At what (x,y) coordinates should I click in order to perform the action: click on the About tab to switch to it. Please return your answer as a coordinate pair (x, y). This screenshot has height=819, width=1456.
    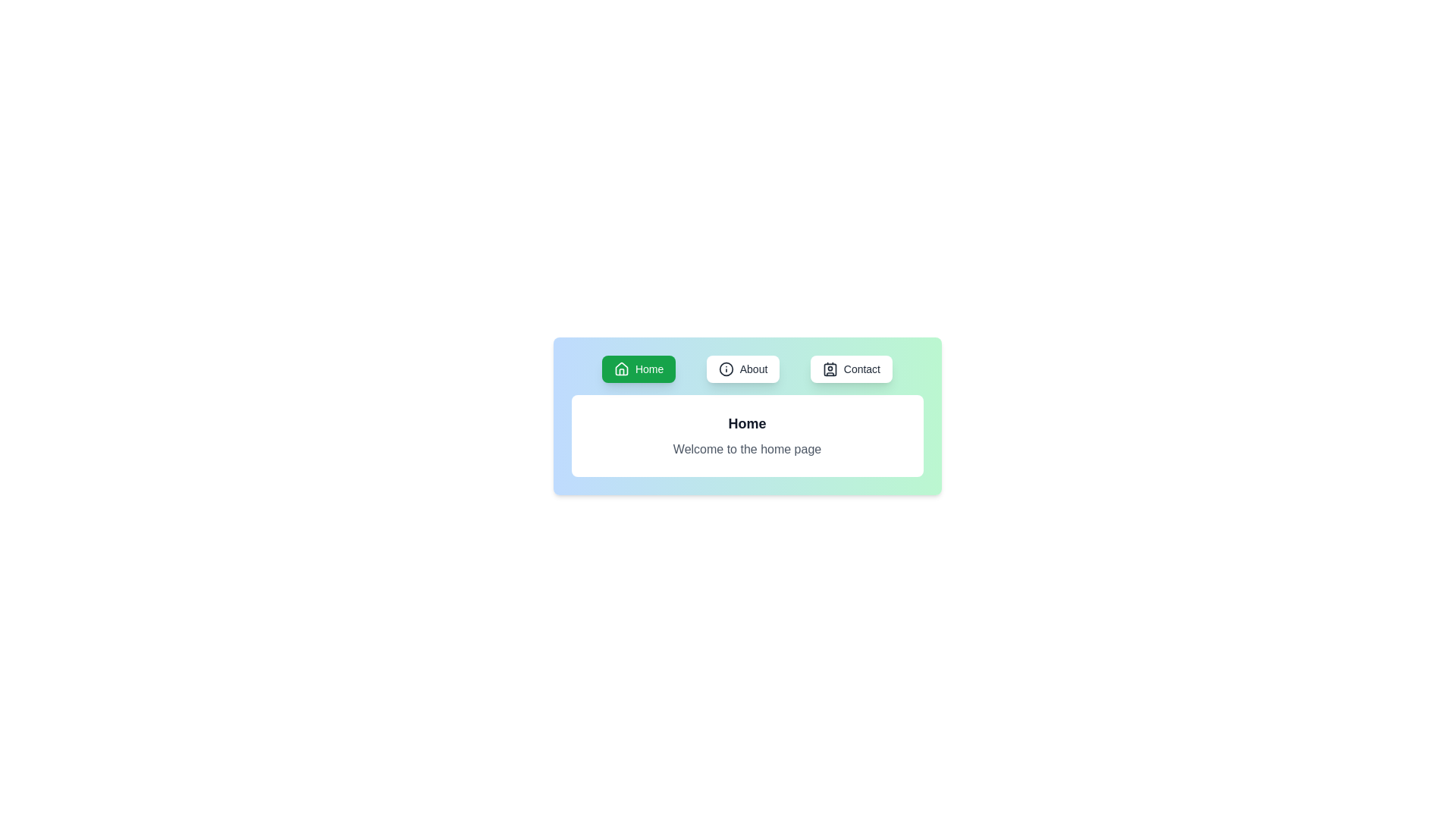
    Looking at the image, I should click on (742, 369).